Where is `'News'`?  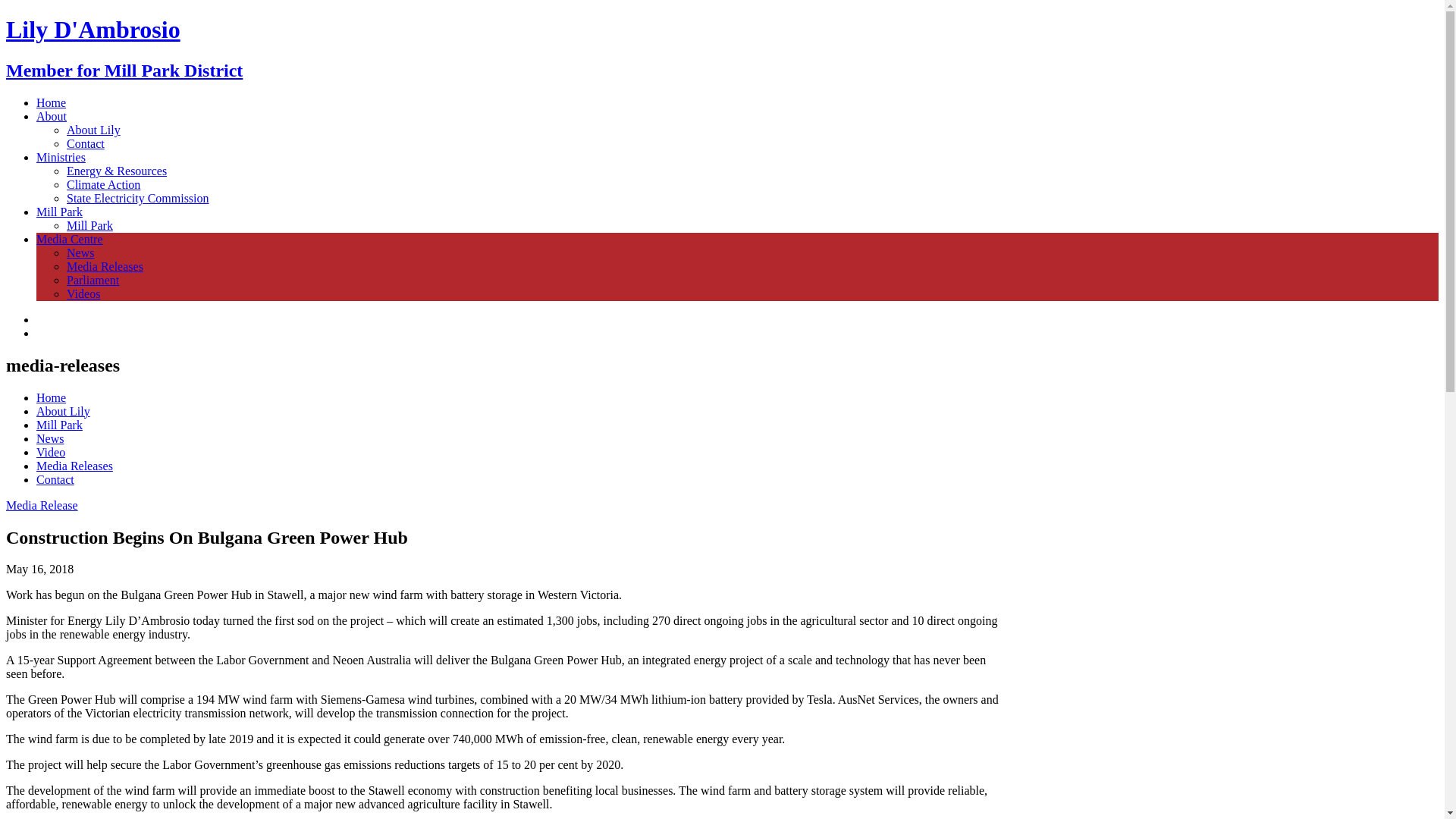 'News' is located at coordinates (50, 438).